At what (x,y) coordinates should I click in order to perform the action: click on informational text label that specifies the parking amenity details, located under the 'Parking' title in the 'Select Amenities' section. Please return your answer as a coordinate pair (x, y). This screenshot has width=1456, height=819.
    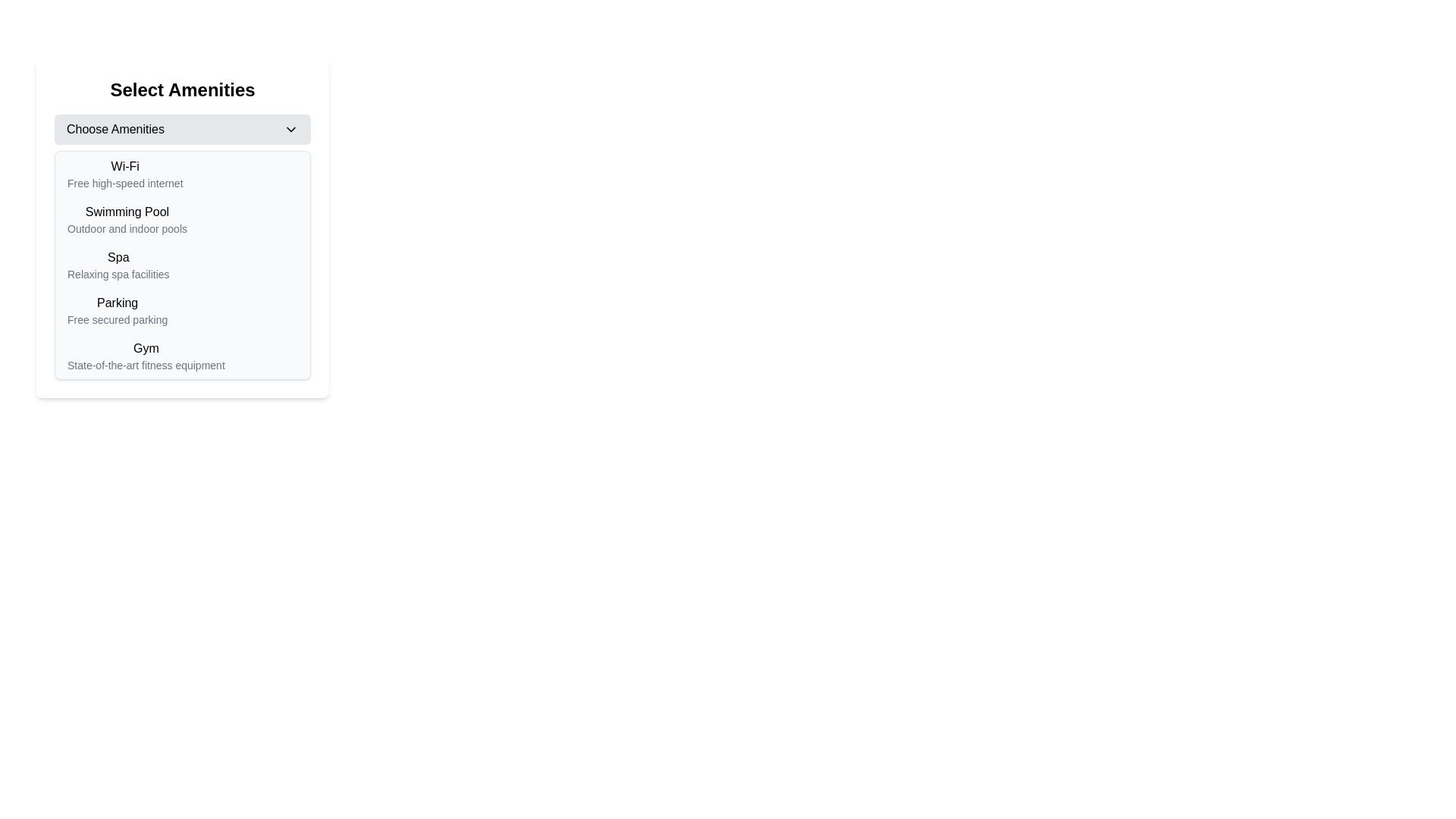
    Looking at the image, I should click on (117, 318).